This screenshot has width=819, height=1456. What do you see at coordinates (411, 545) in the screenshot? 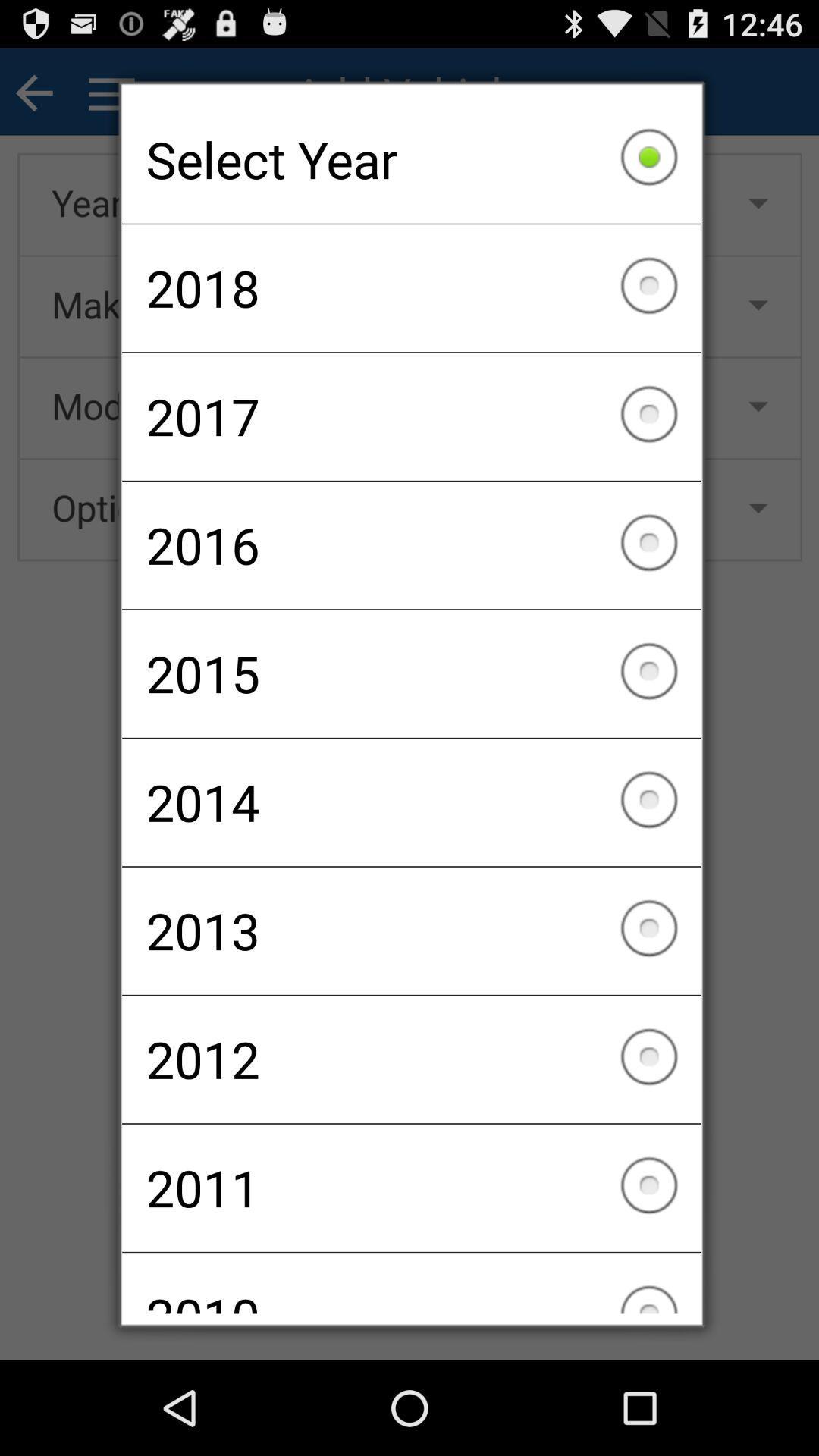
I see `icon above the 2015 item` at bounding box center [411, 545].